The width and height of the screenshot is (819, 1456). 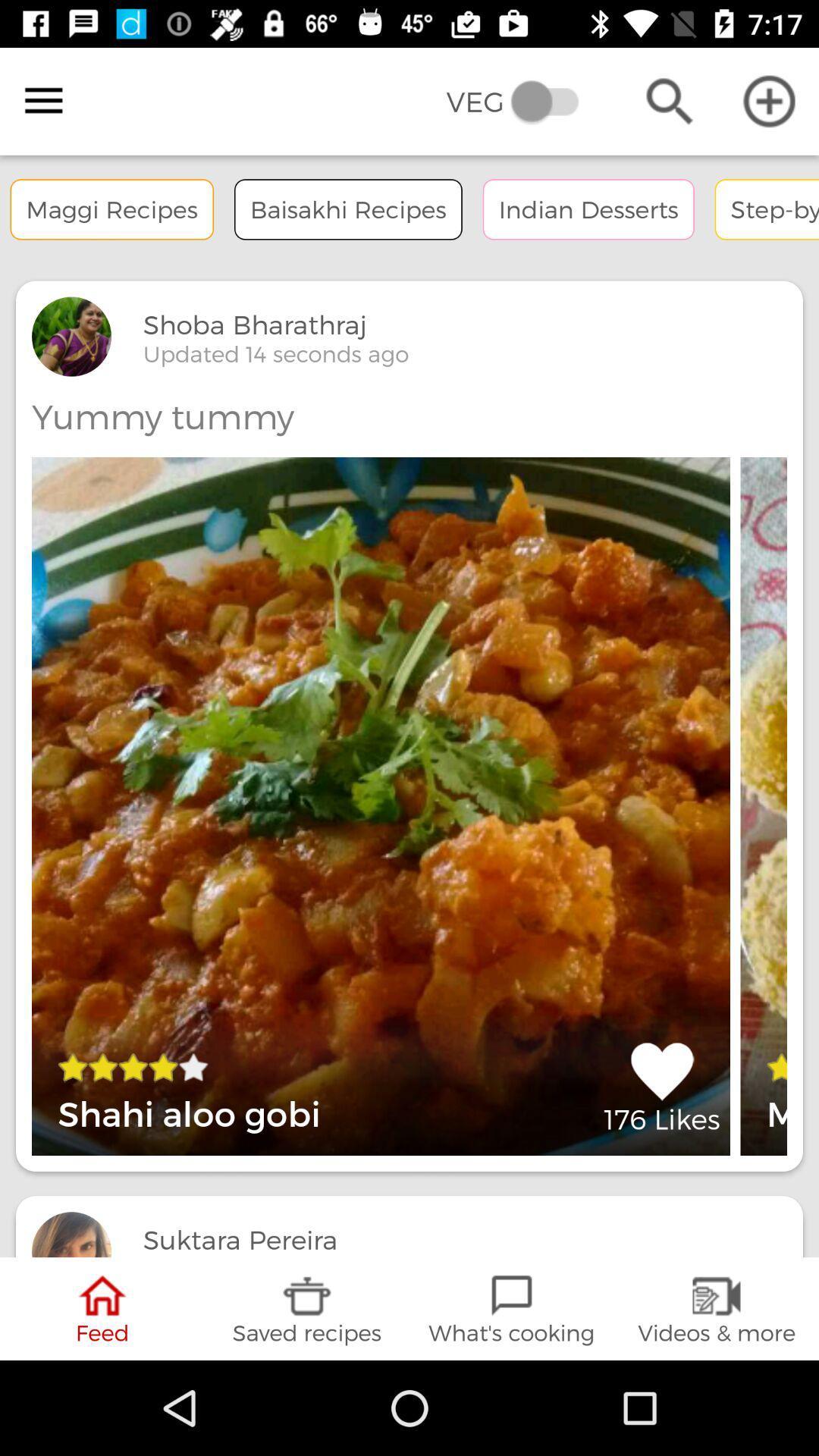 I want to click on the item next to the veg, so click(x=42, y=100).